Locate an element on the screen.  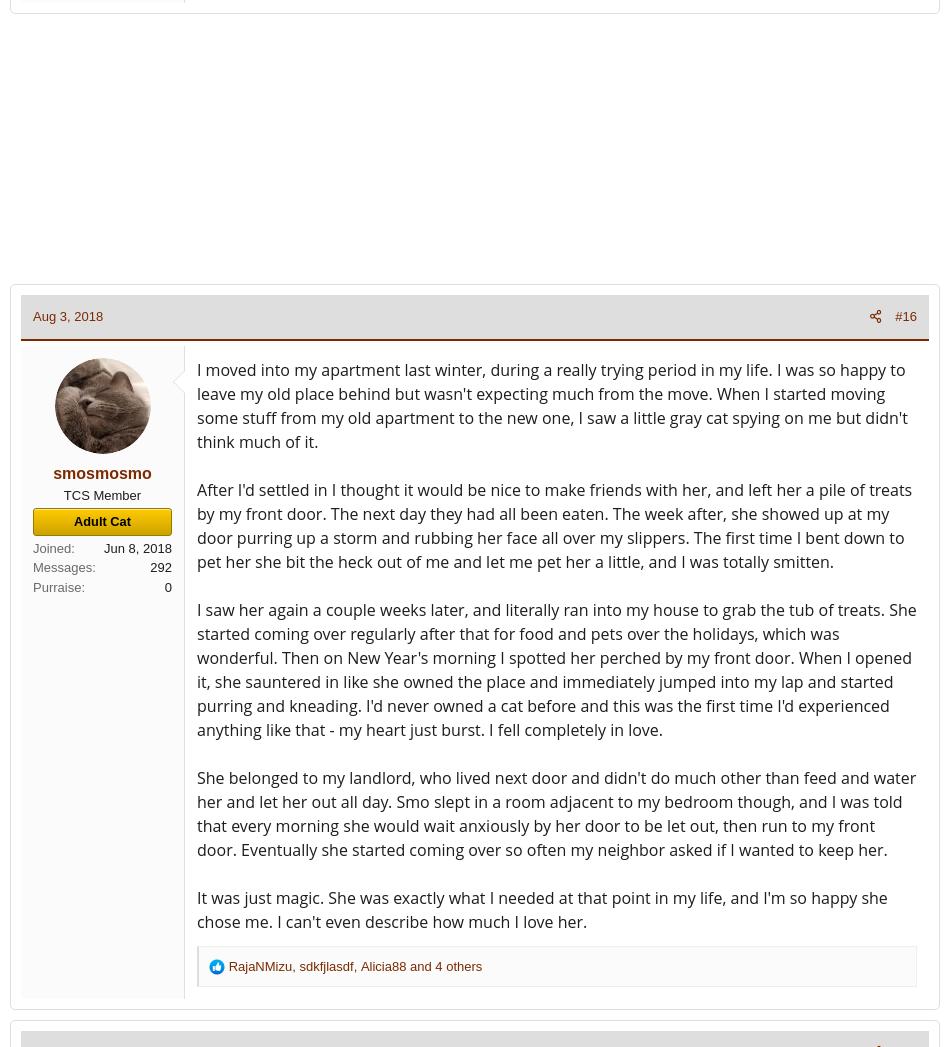
'TCS Member' is located at coordinates (102, 493).